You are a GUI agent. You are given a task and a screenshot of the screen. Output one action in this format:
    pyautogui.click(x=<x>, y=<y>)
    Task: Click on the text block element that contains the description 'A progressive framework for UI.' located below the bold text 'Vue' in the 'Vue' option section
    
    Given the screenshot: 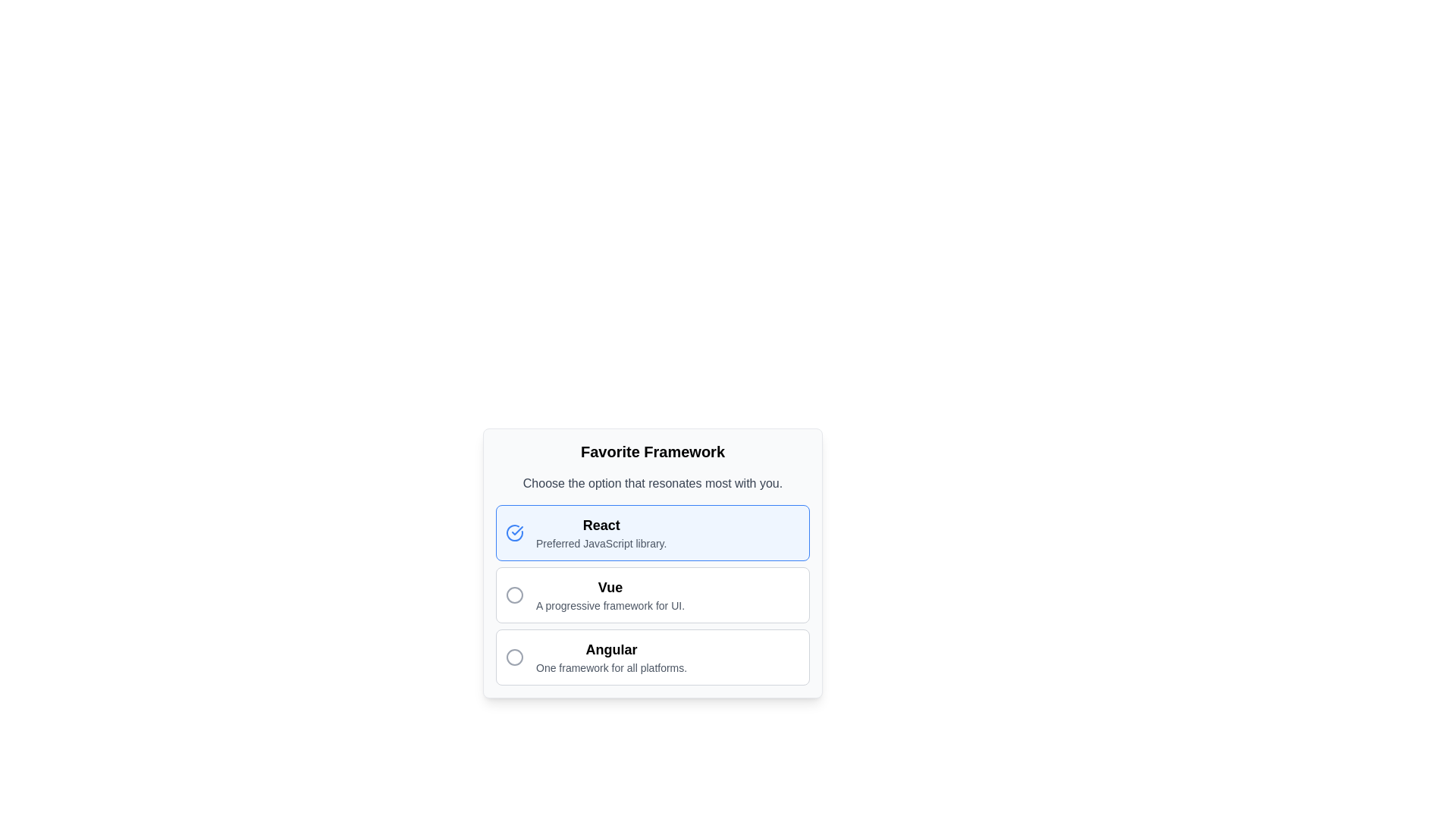 What is the action you would take?
    pyautogui.click(x=610, y=604)
    